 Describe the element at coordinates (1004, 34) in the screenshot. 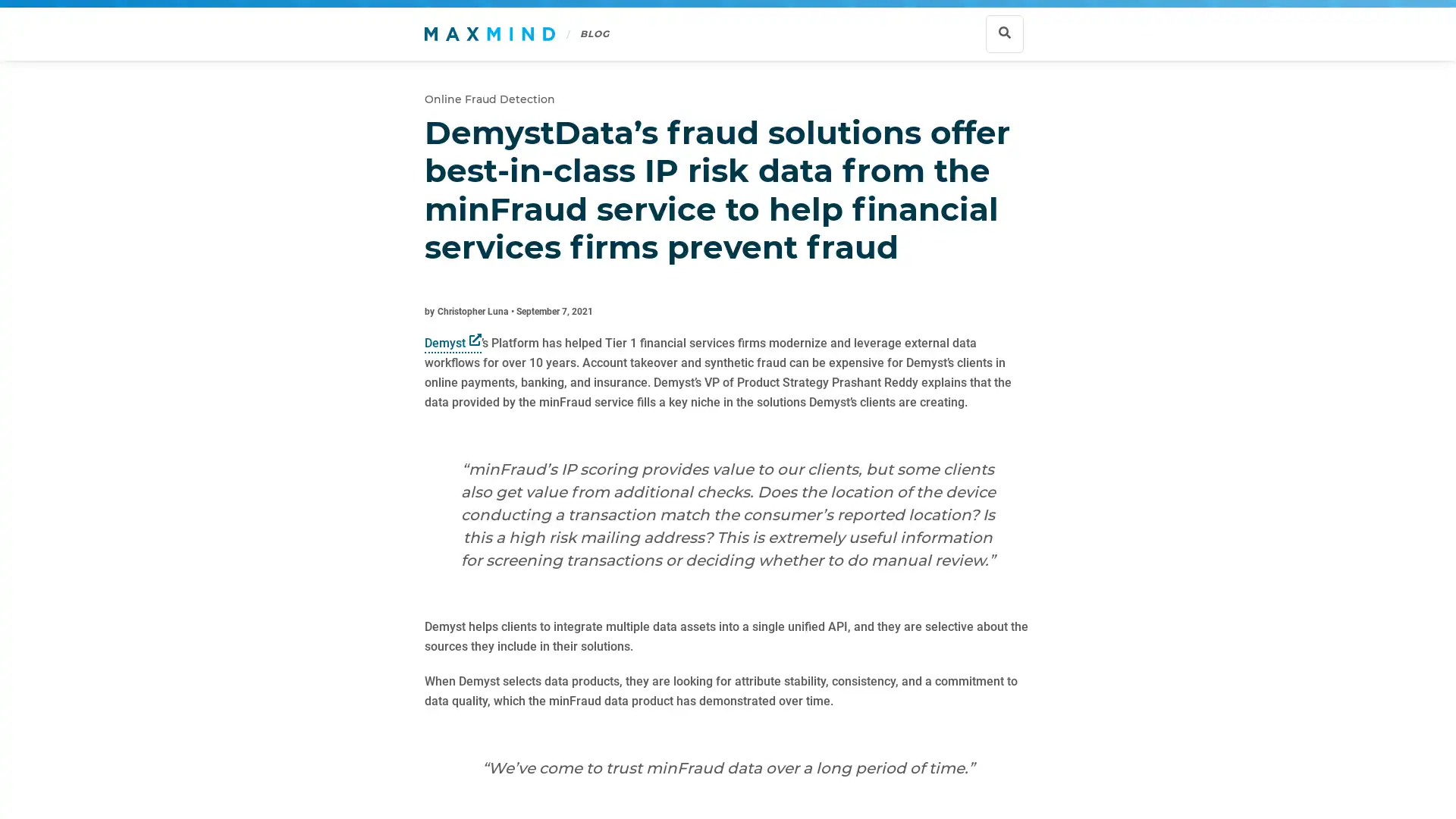

I see `Show search bar` at that location.